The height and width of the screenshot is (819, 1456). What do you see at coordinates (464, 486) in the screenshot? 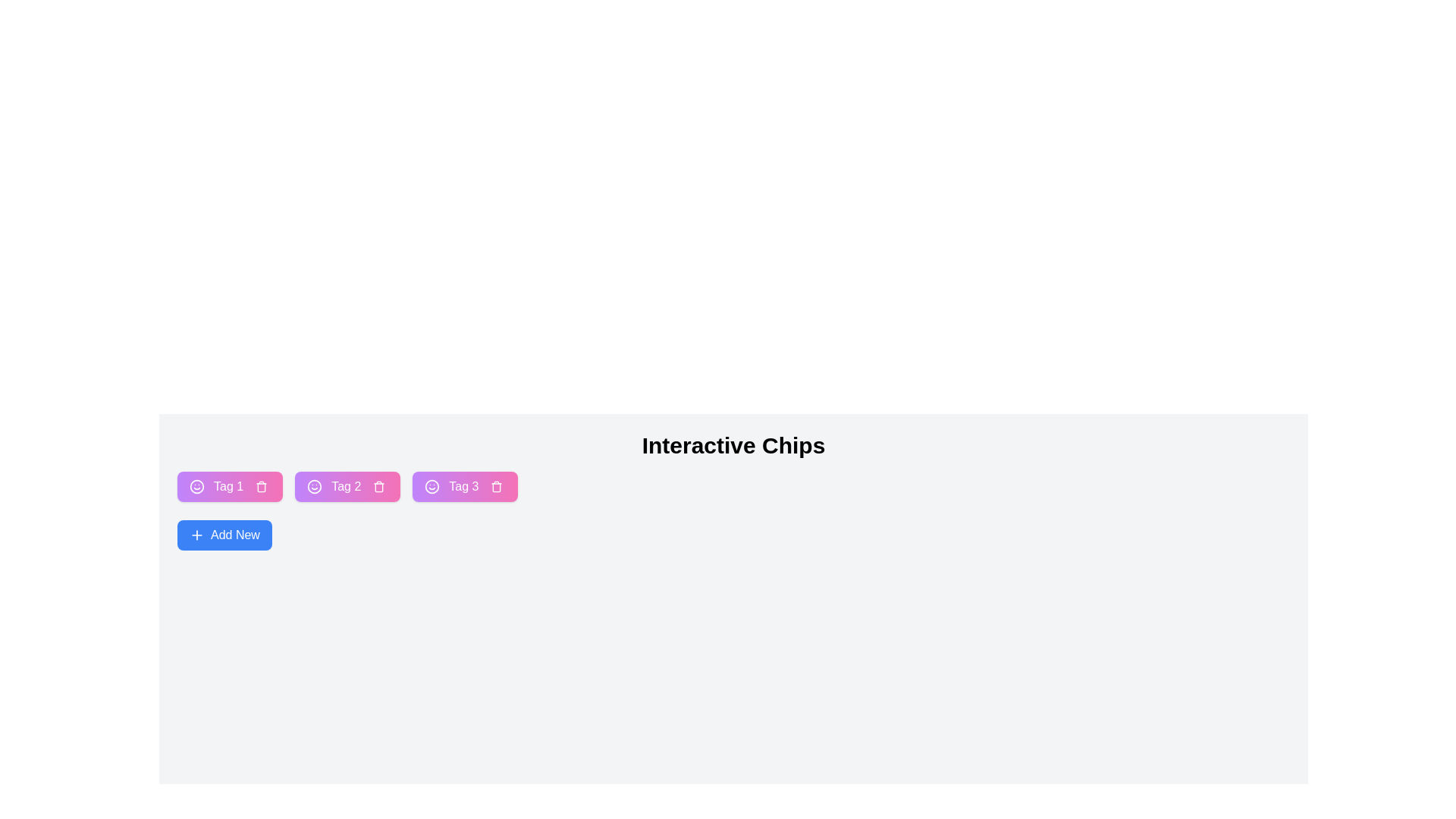
I see `the chip labeled Tag 3 to observe any visual changes` at bounding box center [464, 486].